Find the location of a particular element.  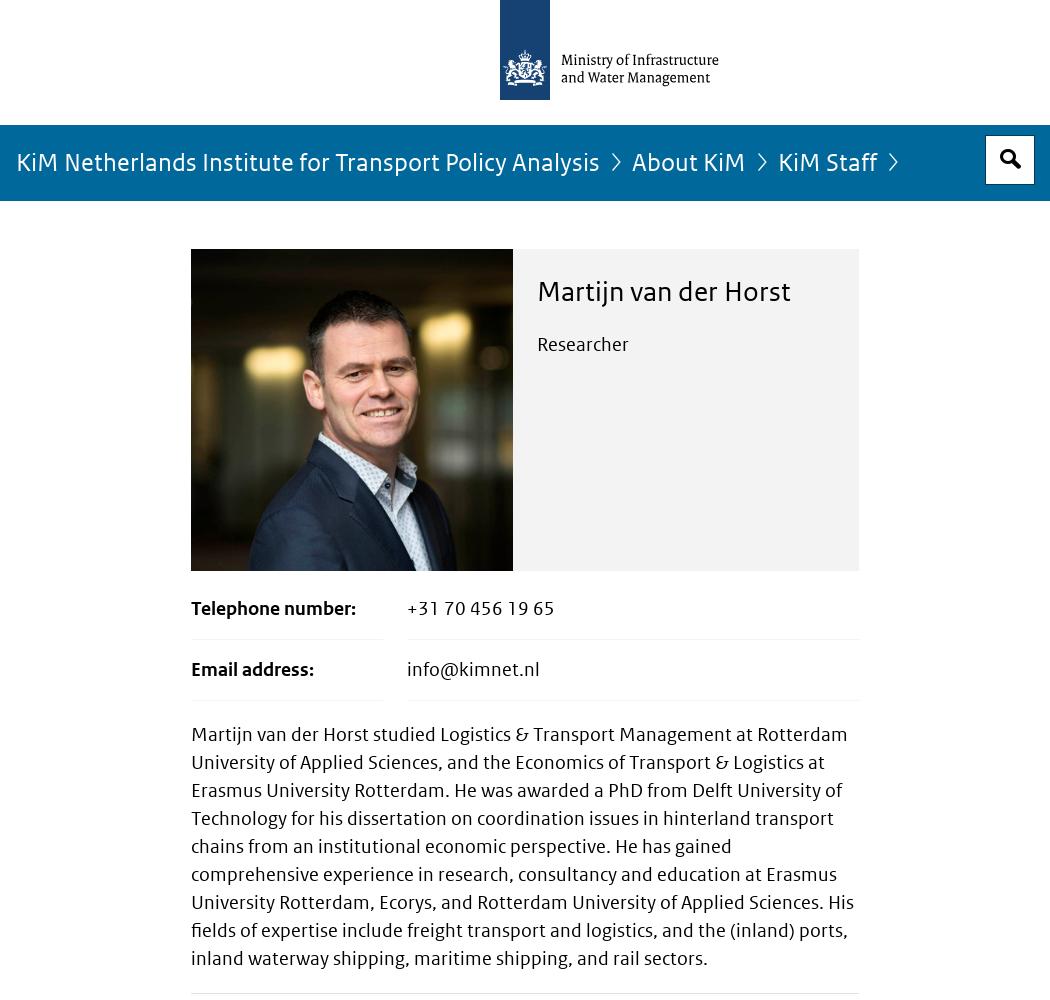

'About KiM' is located at coordinates (689, 163).